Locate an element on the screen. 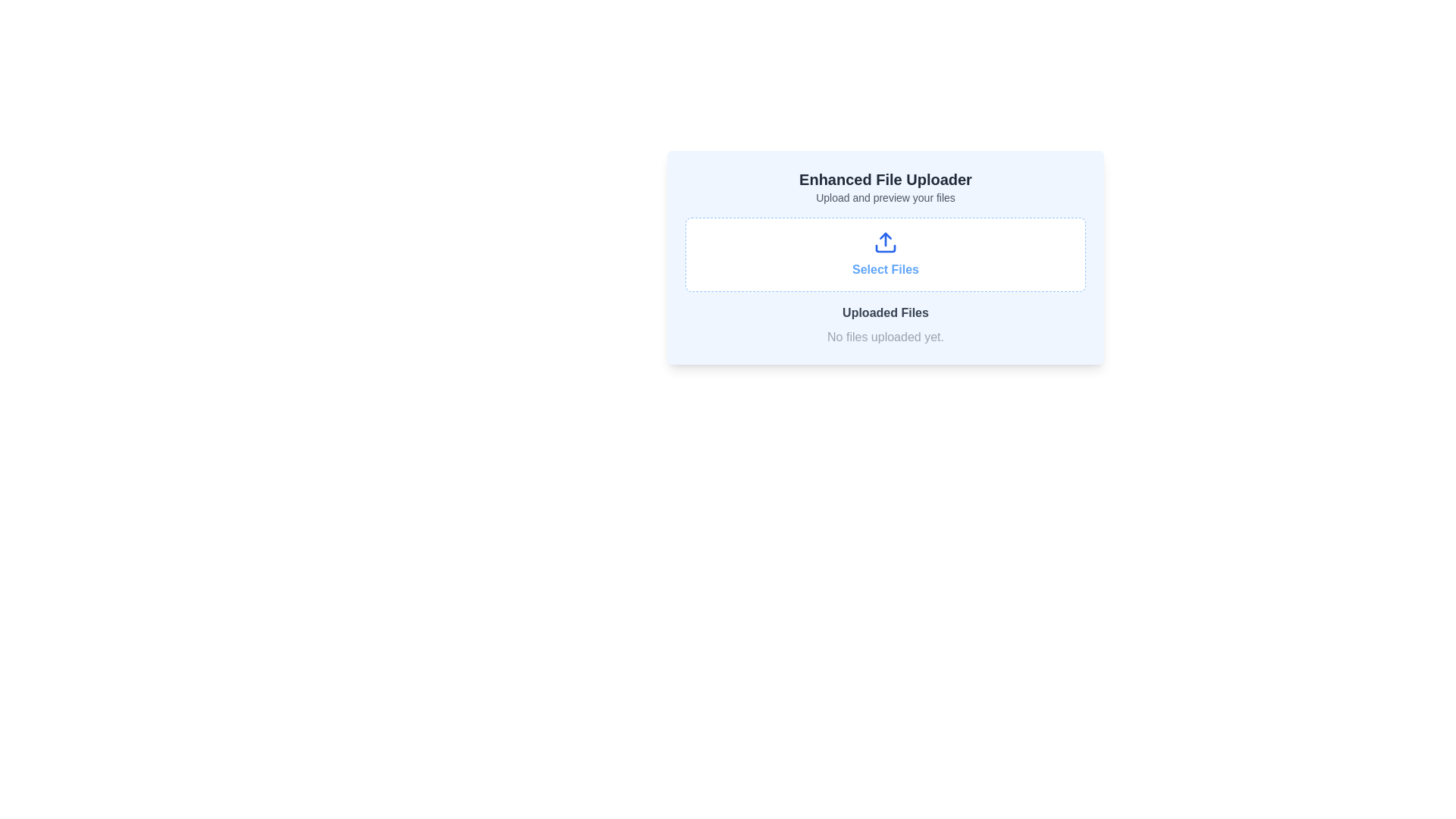 This screenshot has height=819, width=1456. the Text label that serves as a section header for uploaded files, located centrally below the upload section and above the 'No files uploaded yet.' message is located at coordinates (885, 312).